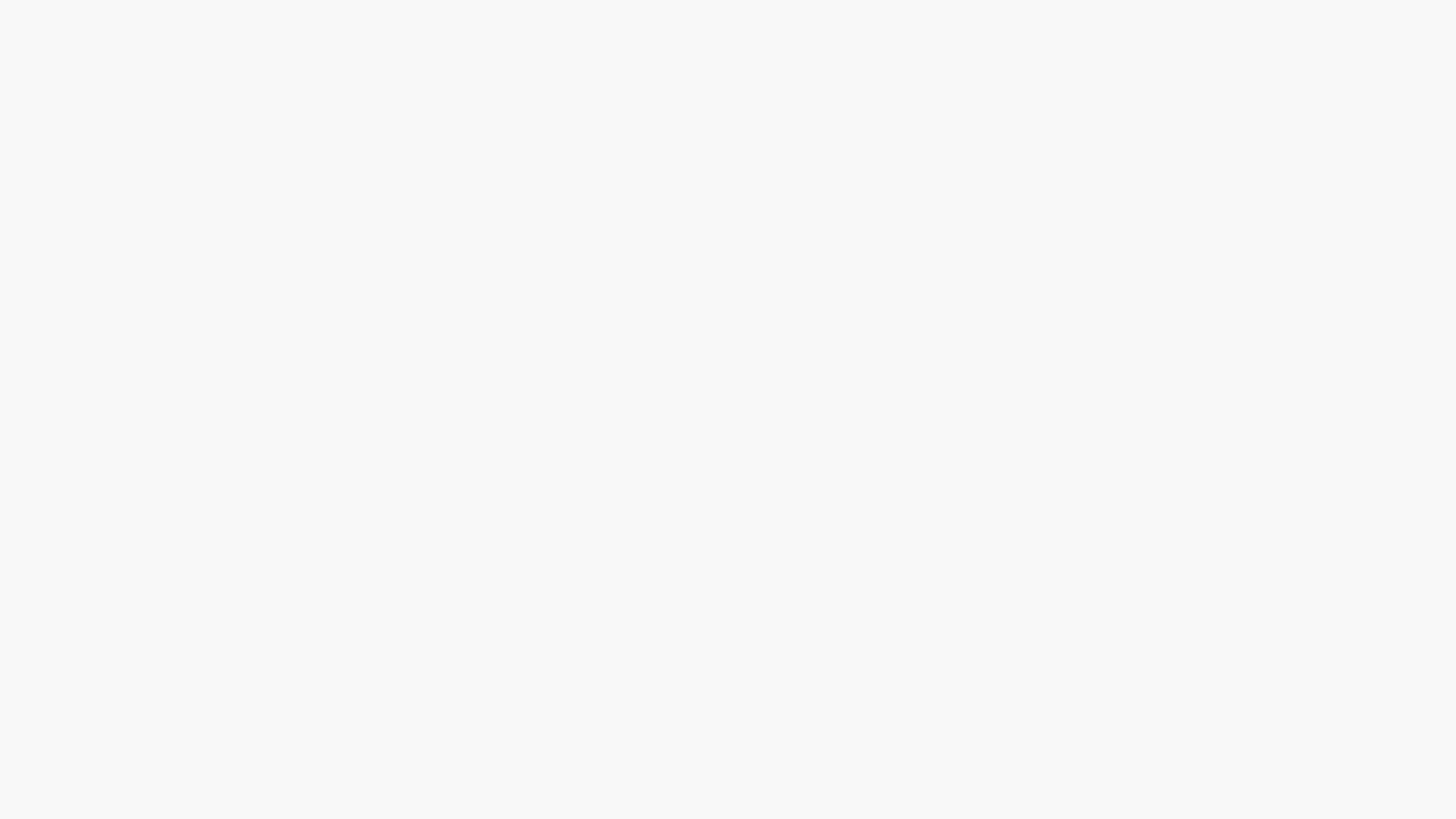  Describe the element at coordinates (1386, 429) in the screenshot. I see `Botao Compartilhar` at that location.